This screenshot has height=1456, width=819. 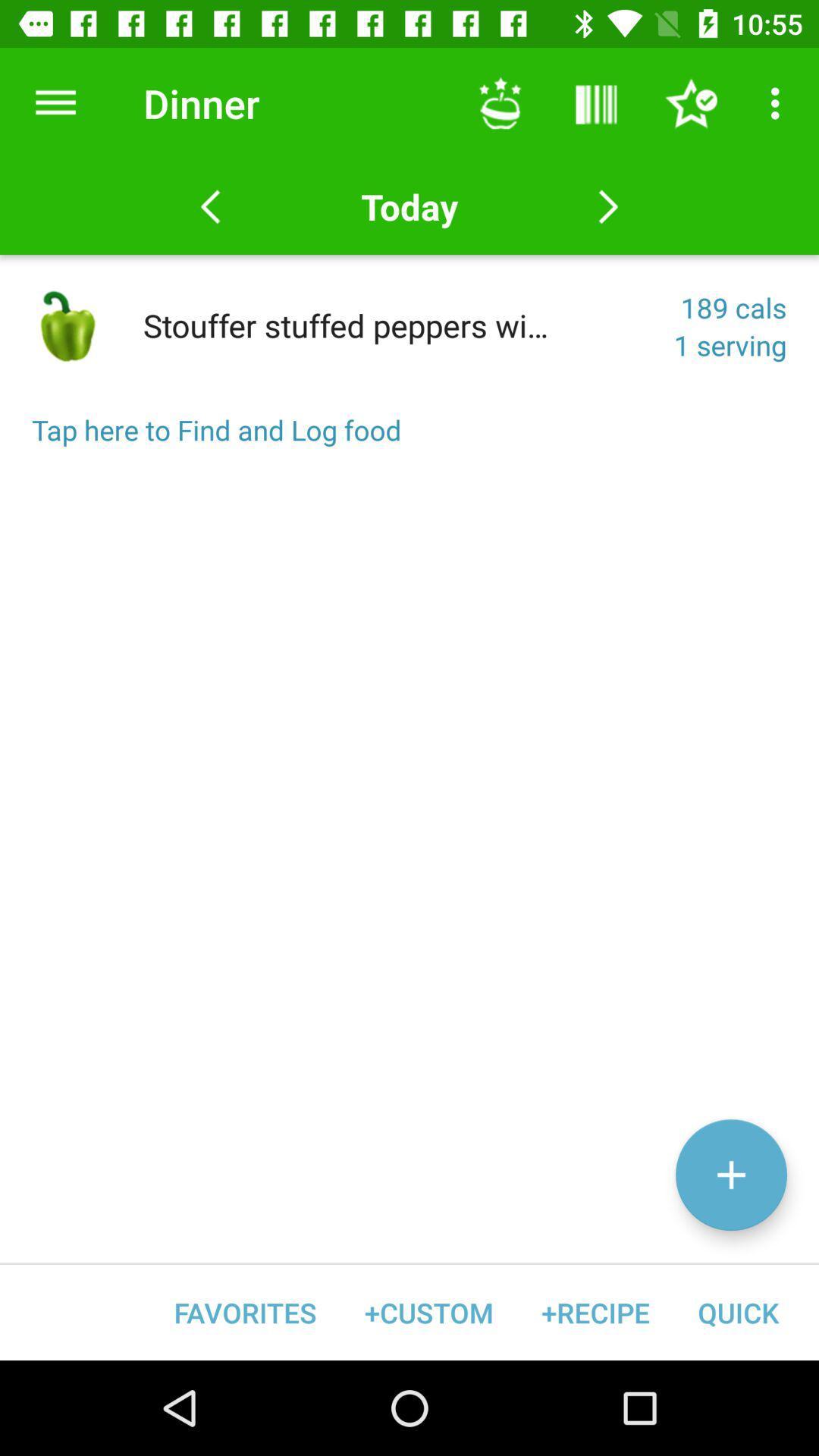 I want to click on icon next to the +recipe icon, so click(x=428, y=1312).